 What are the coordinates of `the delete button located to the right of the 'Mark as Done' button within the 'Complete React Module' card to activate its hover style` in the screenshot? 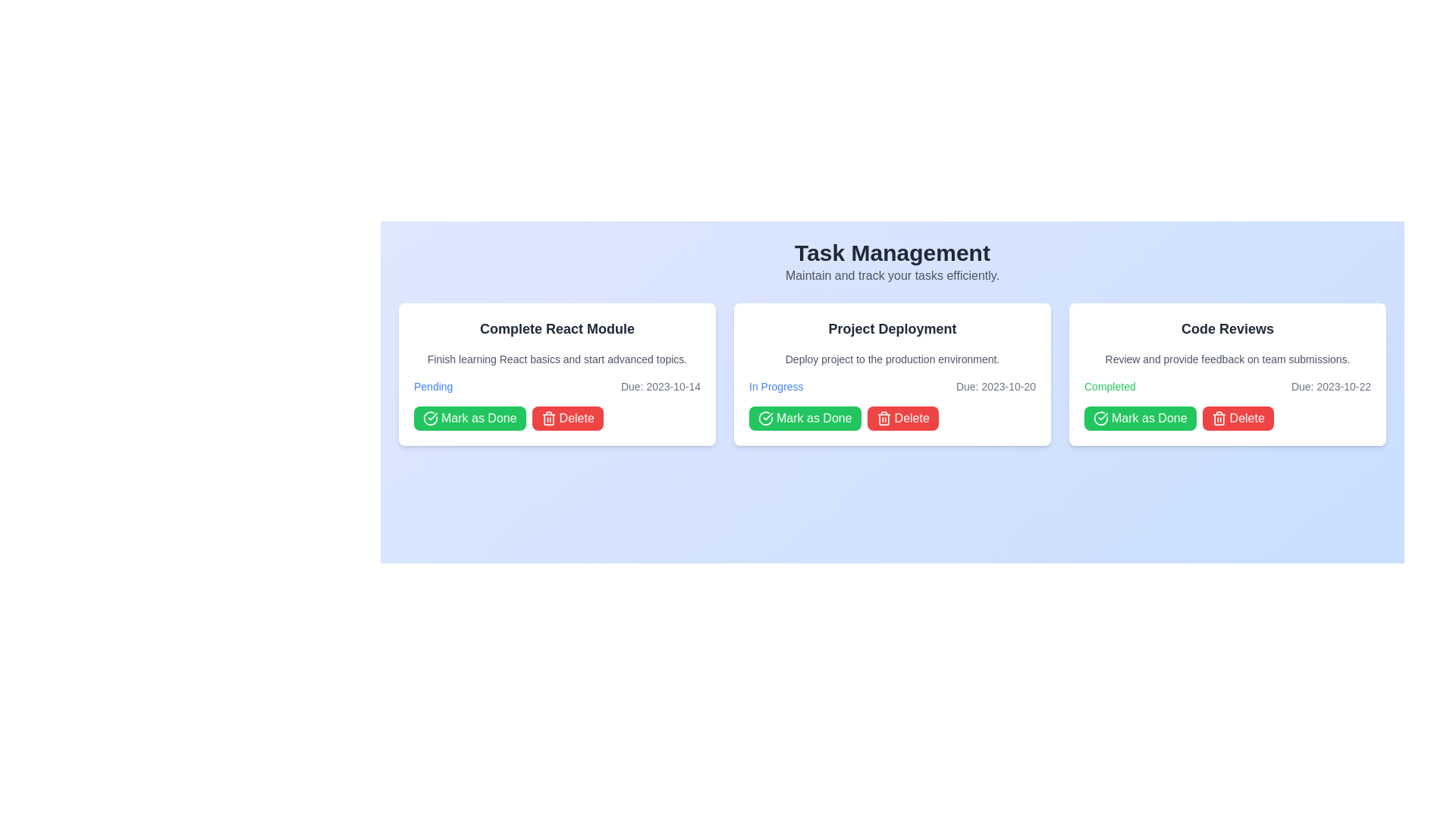 It's located at (566, 418).